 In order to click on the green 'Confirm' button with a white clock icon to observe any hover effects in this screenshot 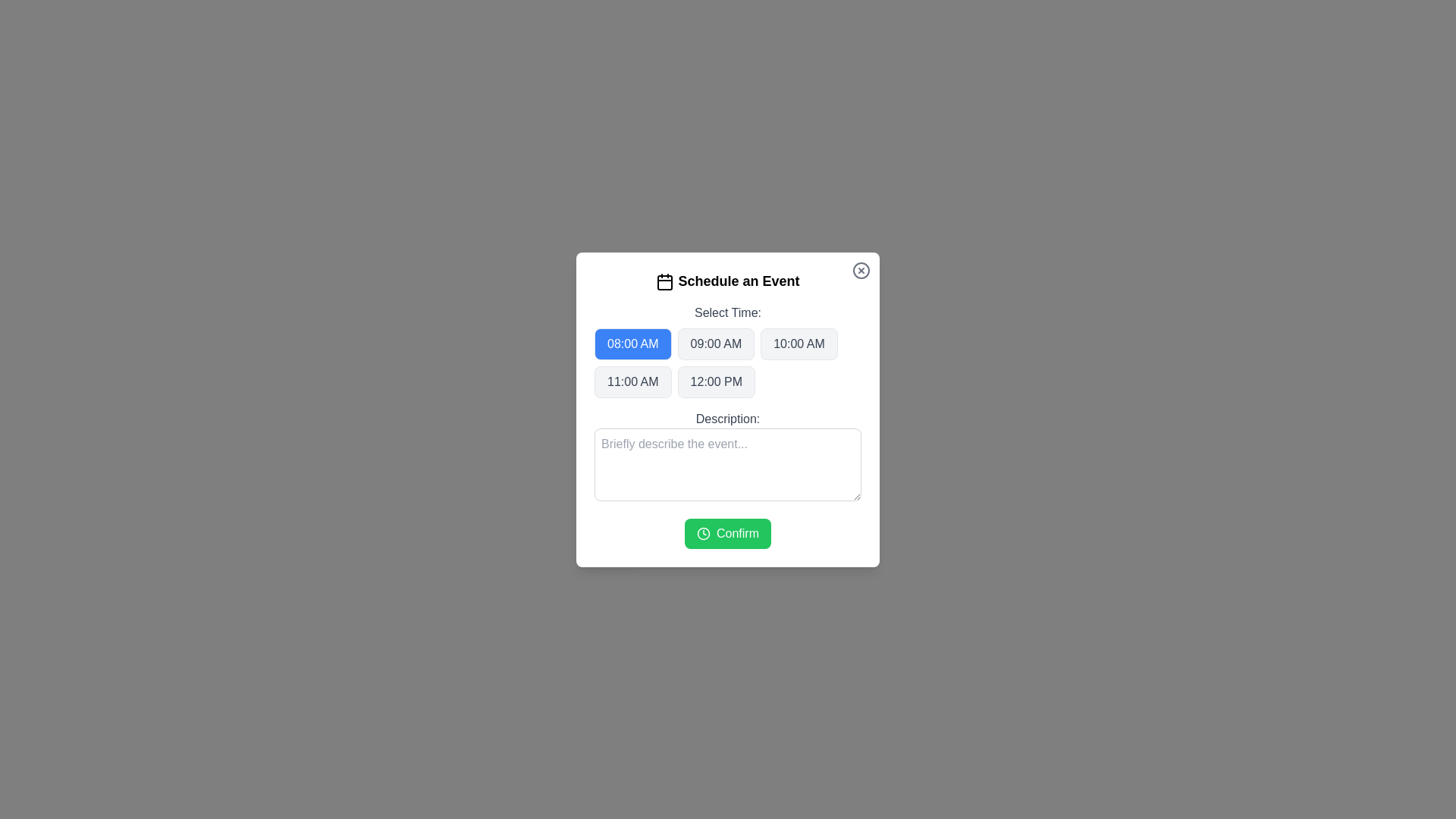, I will do `click(728, 532)`.